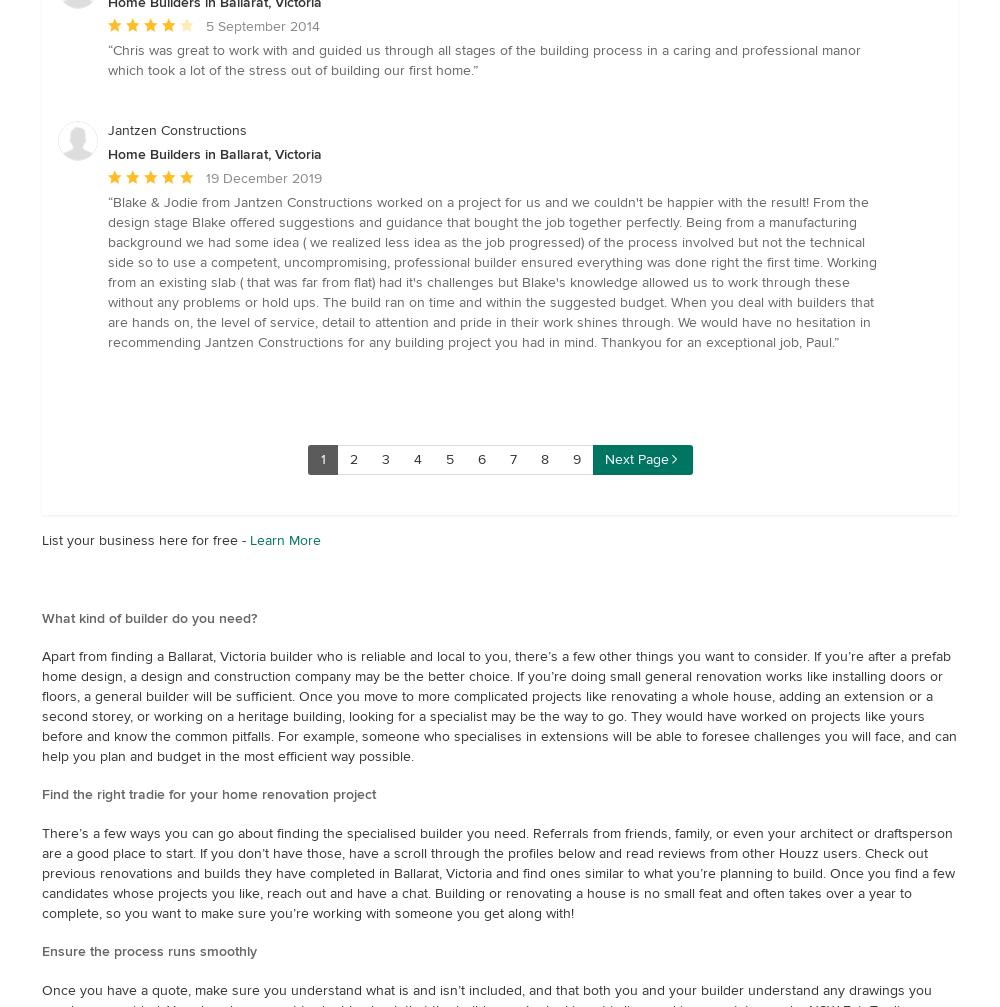  Describe the element at coordinates (491, 271) in the screenshot. I see `'Blake & Jodie from Jantzen Constructions worked on a project for us and we couldn't be happier with the result!

From the design stage Blake offered suggestions and guidance that bought the job together perfectly. 
Being from a manufacturing background we had some idea ( we realized less idea as the job progressed) of the process involved but not the technical side so to use a competent, uncompromising, professional builder ensured everything was done right the first time. 

Working from an existing slab ( that was far from flat) had it's challenges but Blake's knowledge allowed us to work through these without any problems or hold ups.
The build ran on time and within the suggested budget. 

When you deal with builders that are hands on, the level of service, detail to attention and pride in their work shines through.
We would have no hesitation in recommending Jantzen Constructions for any building project you had in mind. 

Thankyou for an exceptional job,
Paul.'` at that location.